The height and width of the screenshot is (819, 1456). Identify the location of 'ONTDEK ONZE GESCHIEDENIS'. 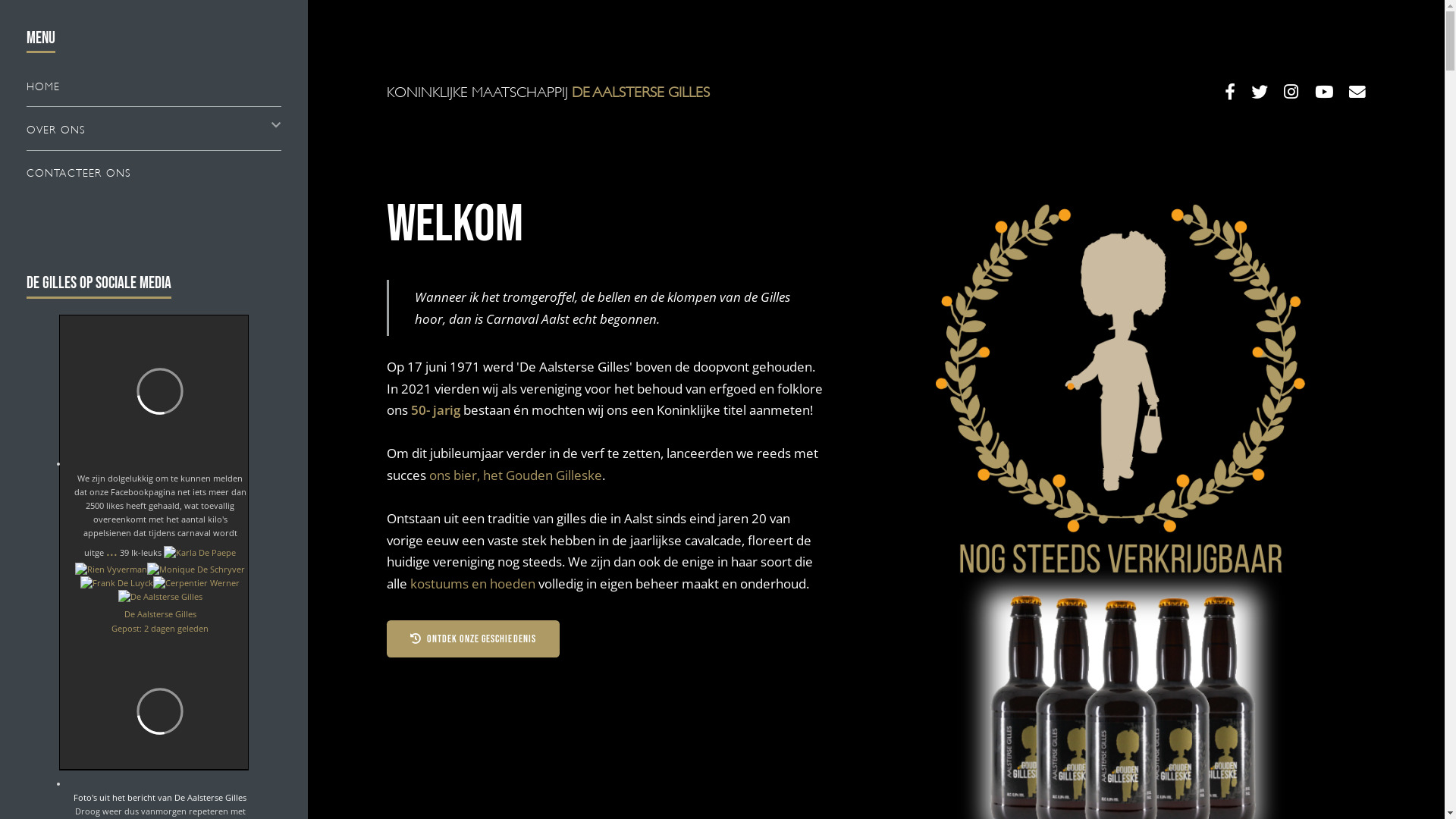
(472, 639).